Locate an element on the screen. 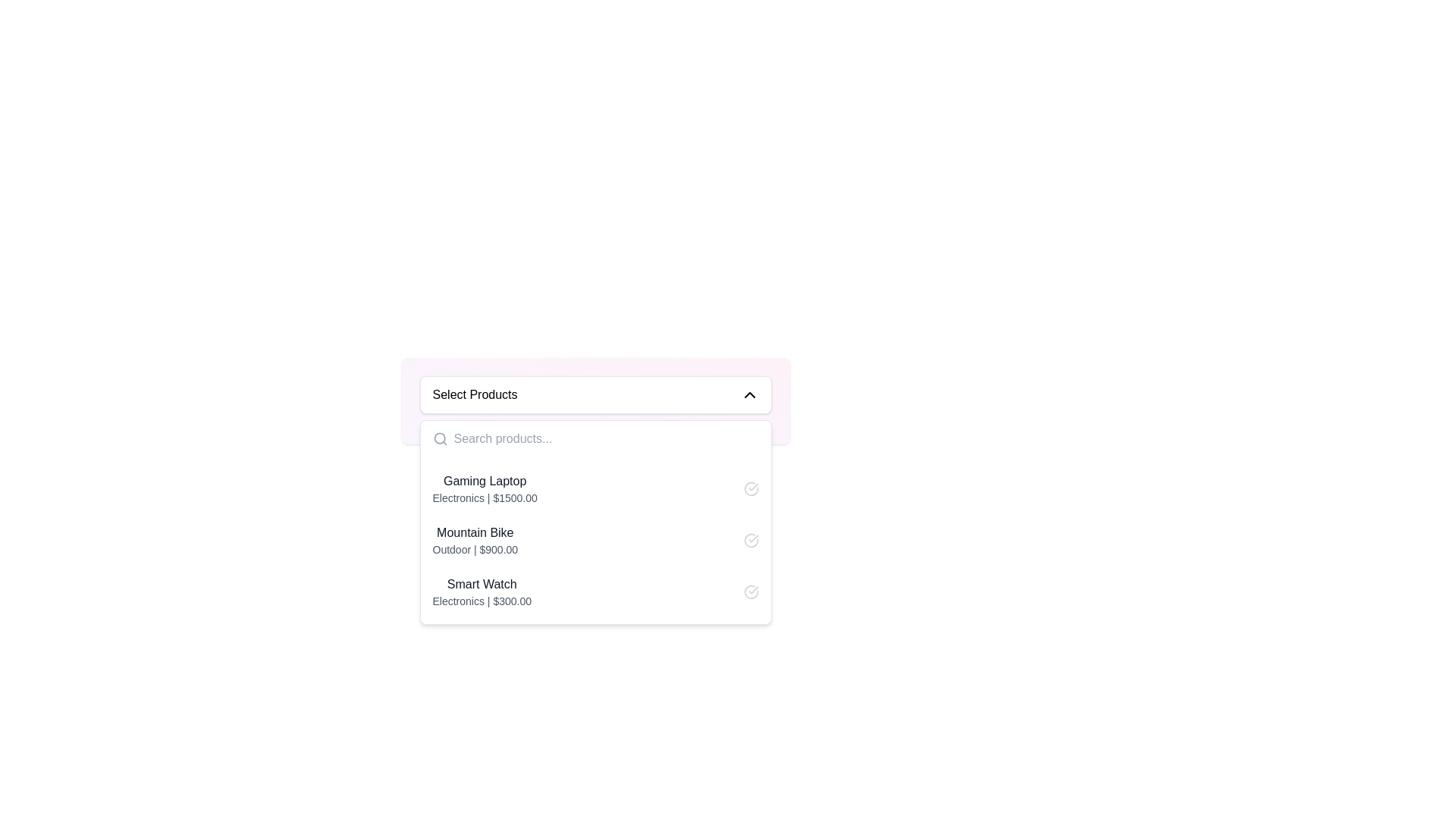  the text label displaying 'Outdoor | $900.00' which is styled in a subtle gray color and positioned below the 'Mountain Bike' text is located at coordinates (474, 550).